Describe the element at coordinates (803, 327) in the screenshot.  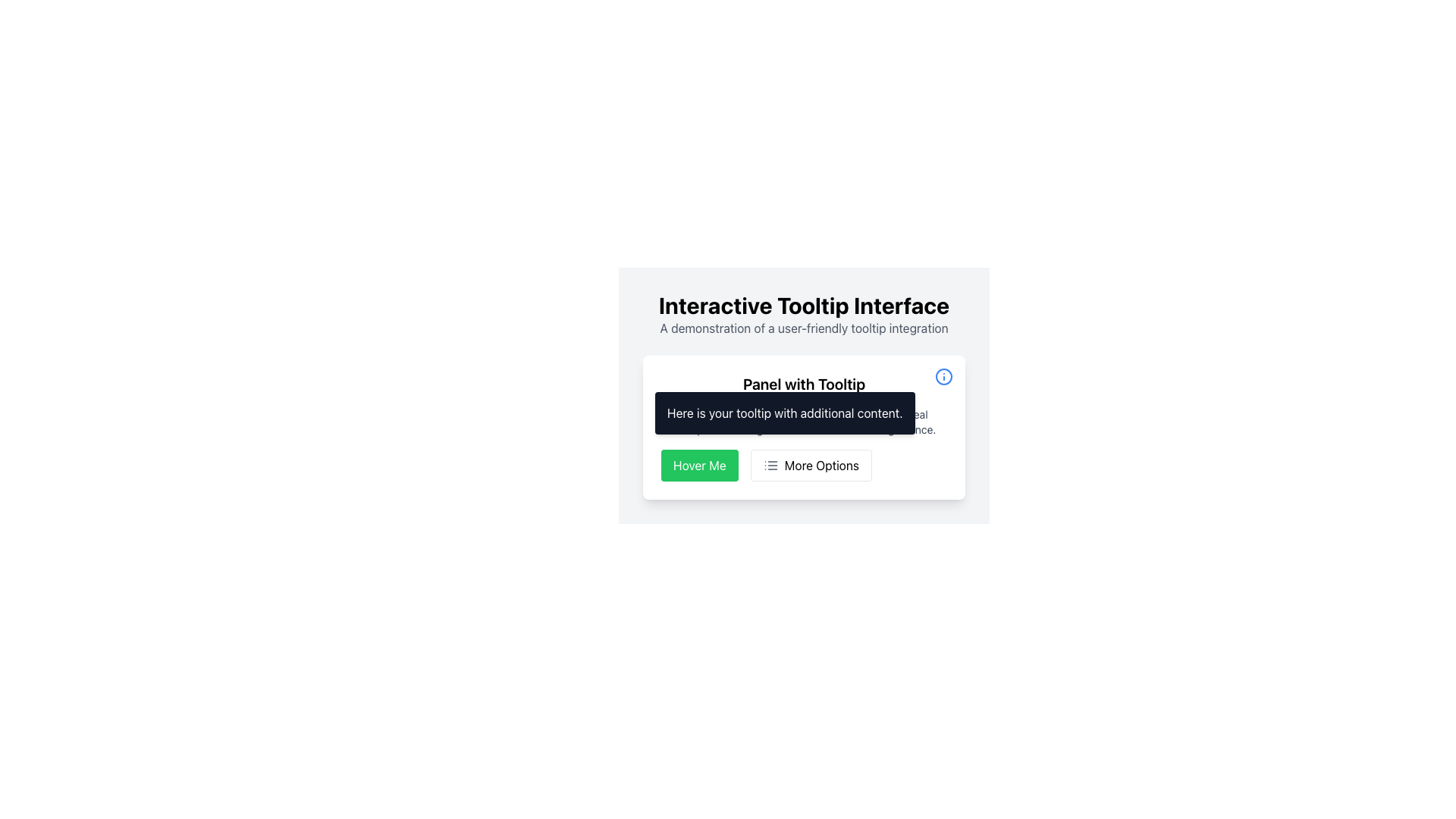
I see `the text element styled in gray that reads 'A demonstration of a user-friendly tooltip integration', located below the title 'Interactive Tooltip Interface'` at that location.